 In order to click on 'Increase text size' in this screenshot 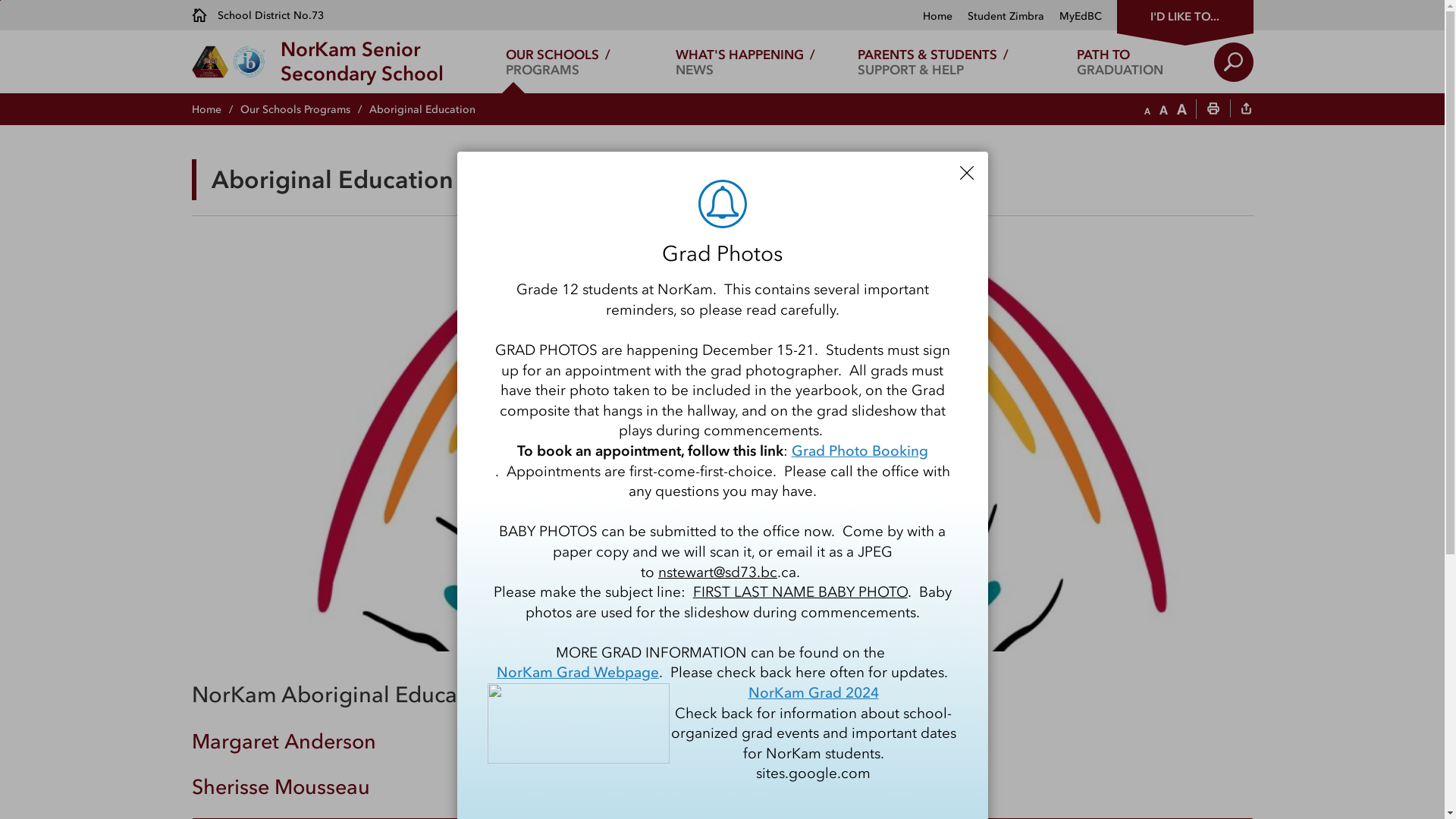, I will do `click(1181, 109)`.